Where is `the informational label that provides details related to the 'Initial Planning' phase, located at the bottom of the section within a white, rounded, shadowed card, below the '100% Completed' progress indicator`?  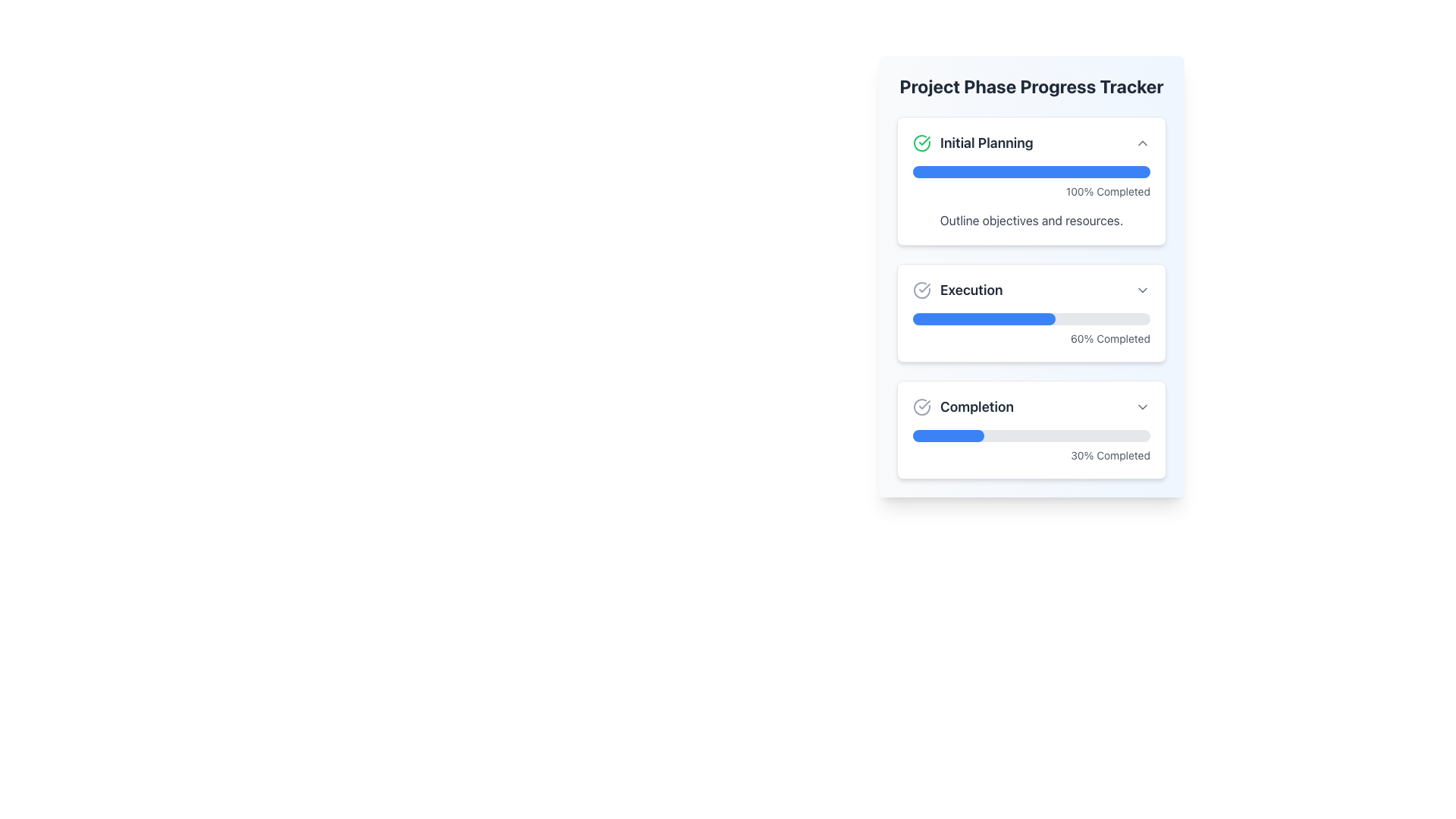 the informational label that provides details related to the 'Initial Planning' phase, located at the bottom of the section within a white, rounded, shadowed card, below the '100% Completed' progress indicator is located at coordinates (1031, 220).